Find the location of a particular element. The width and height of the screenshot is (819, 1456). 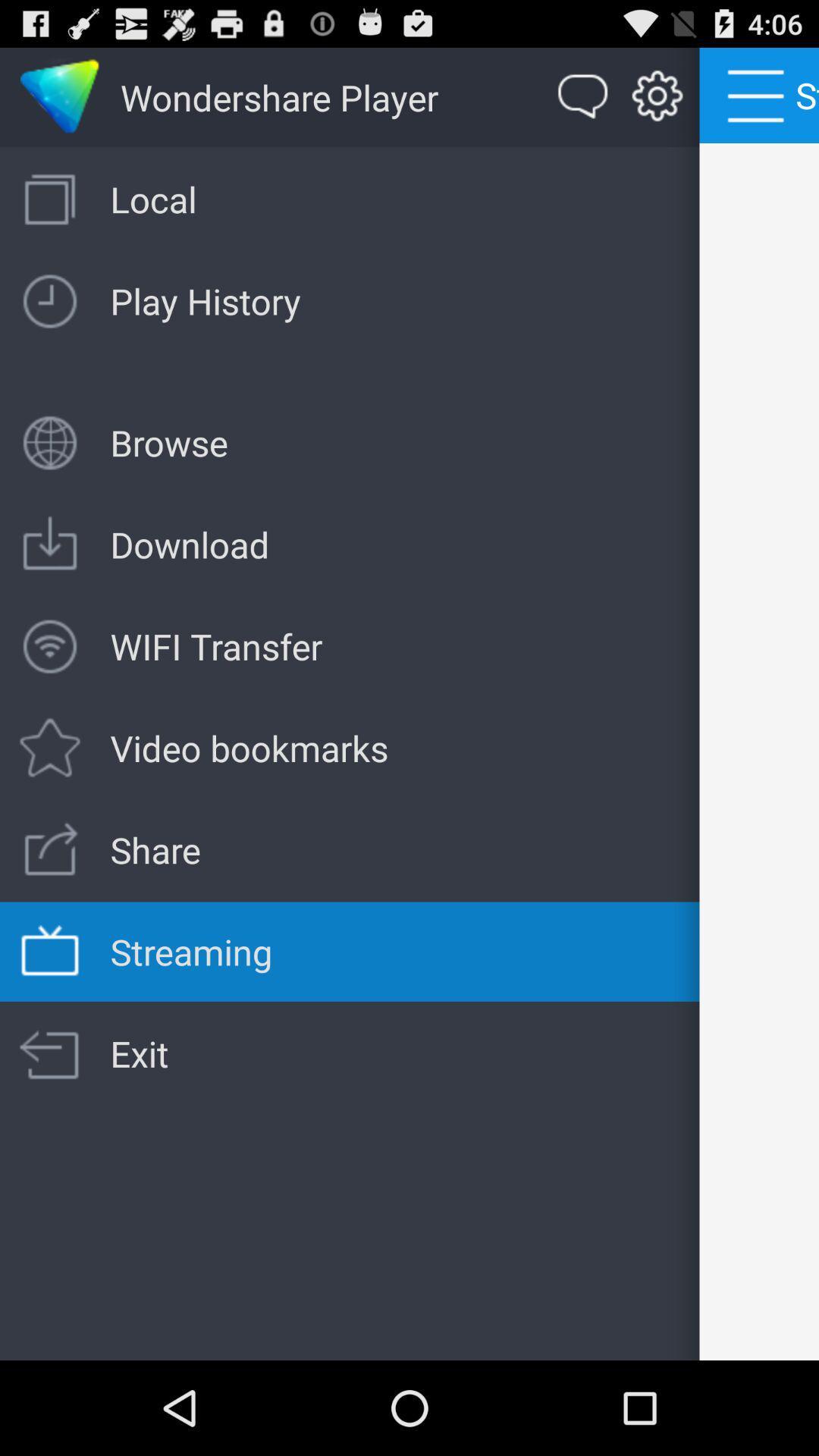

the settings icon is located at coordinates (657, 103).